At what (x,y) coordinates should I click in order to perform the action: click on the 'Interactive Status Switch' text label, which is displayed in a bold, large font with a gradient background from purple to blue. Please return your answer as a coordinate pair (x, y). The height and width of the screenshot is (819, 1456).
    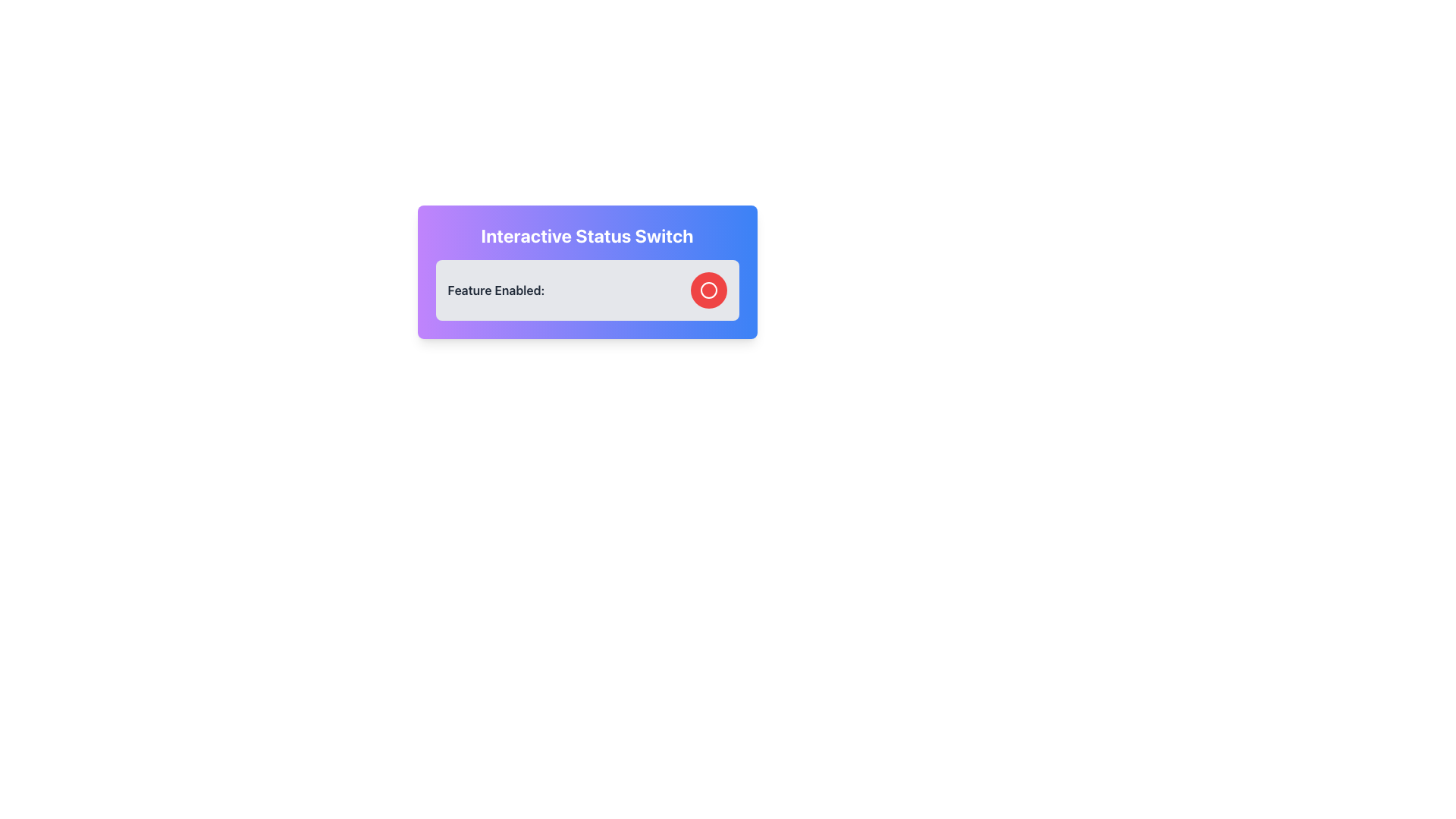
    Looking at the image, I should click on (586, 236).